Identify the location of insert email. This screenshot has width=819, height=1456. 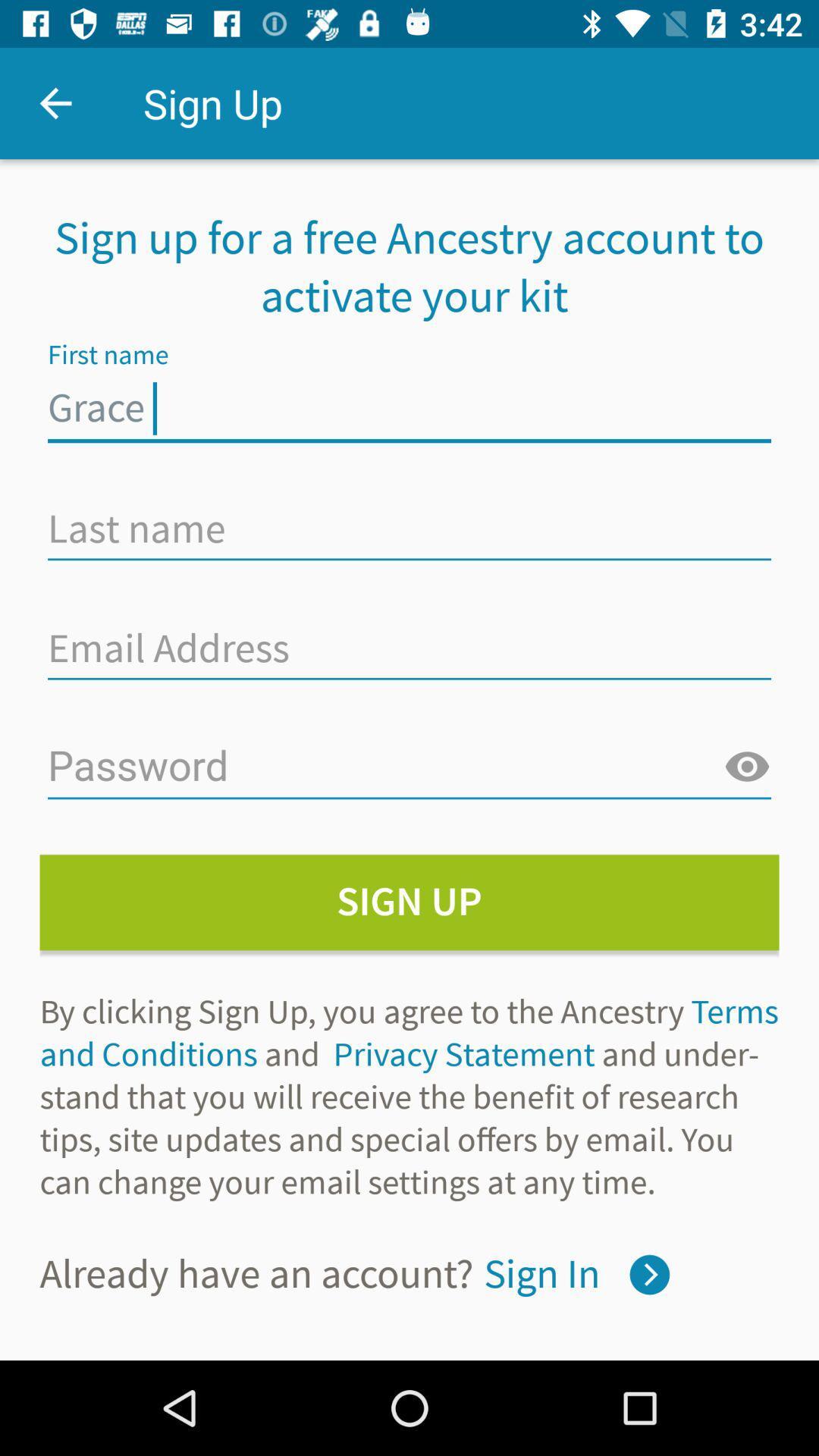
(409, 648).